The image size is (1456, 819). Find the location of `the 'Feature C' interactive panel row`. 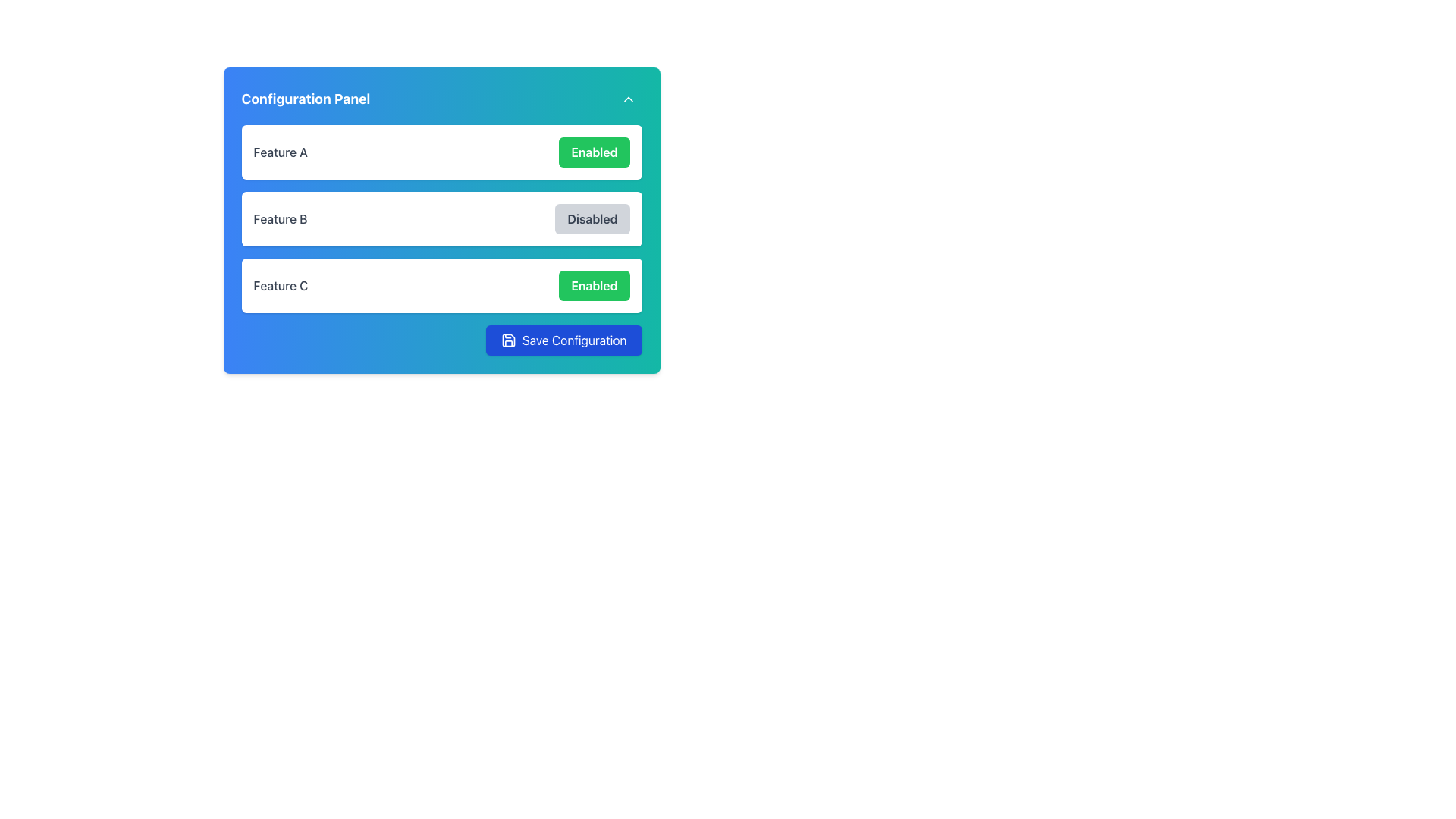

the 'Feature C' interactive panel row is located at coordinates (441, 286).